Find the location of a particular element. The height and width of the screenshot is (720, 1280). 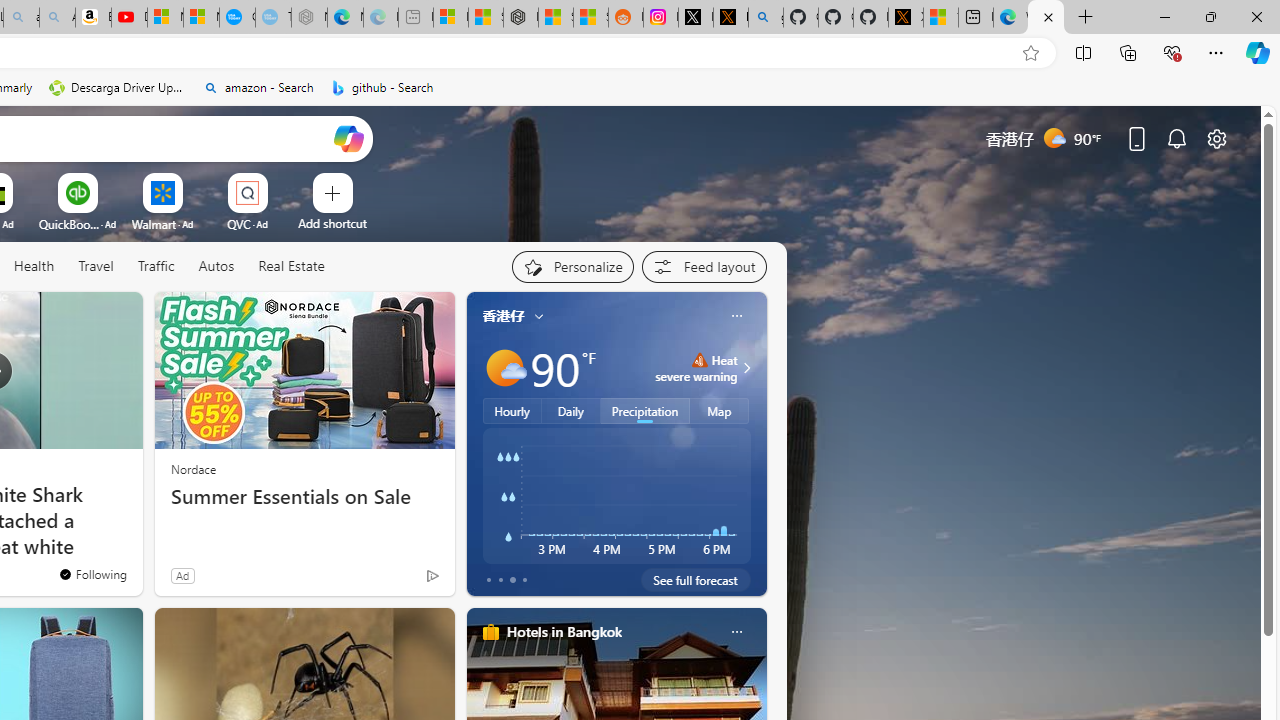

'Click to see more information' is located at coordinates (743, 367).